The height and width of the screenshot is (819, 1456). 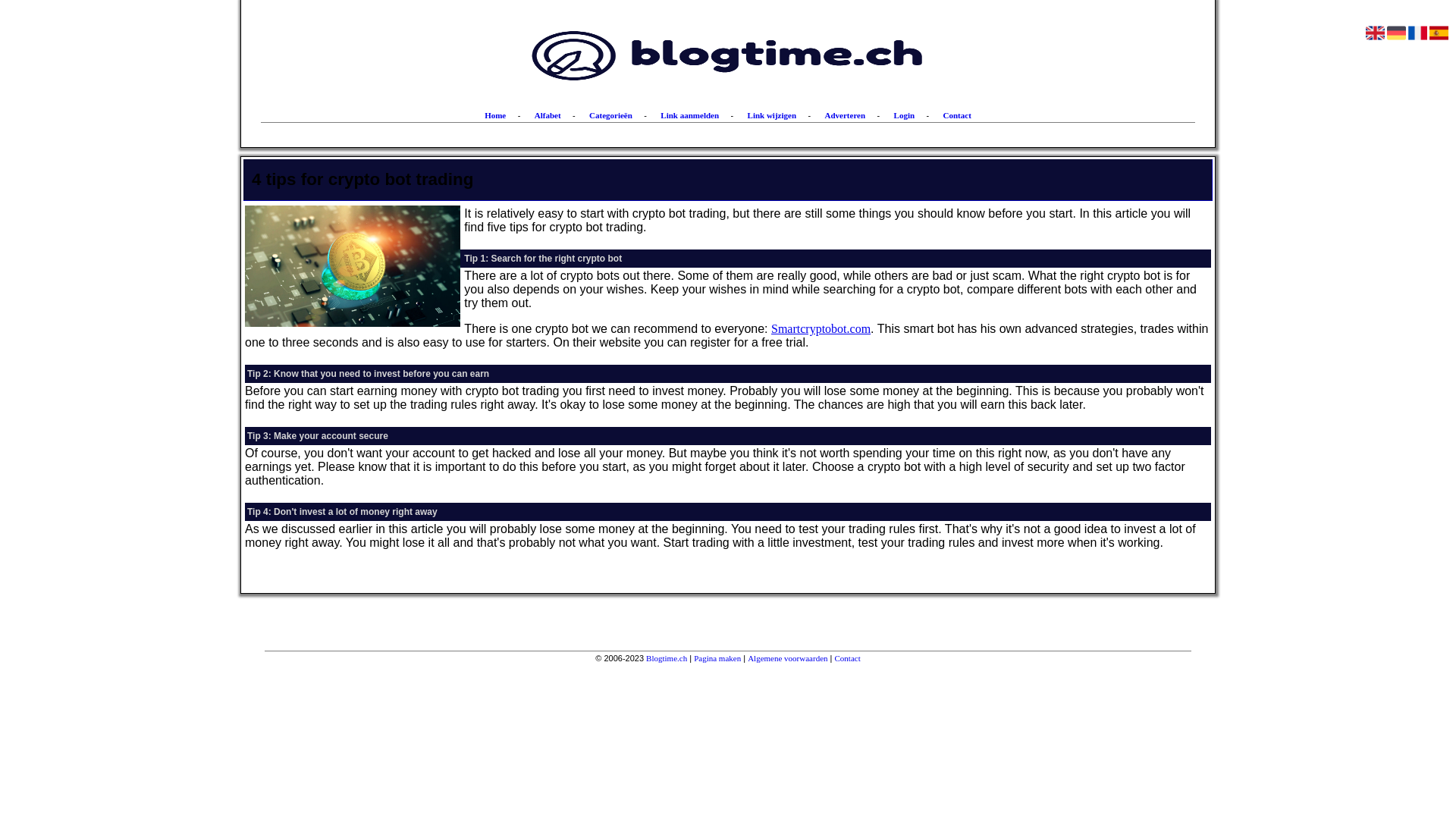 I want to click on 'Algemene voorwaarden', so click(x=787, y=657).